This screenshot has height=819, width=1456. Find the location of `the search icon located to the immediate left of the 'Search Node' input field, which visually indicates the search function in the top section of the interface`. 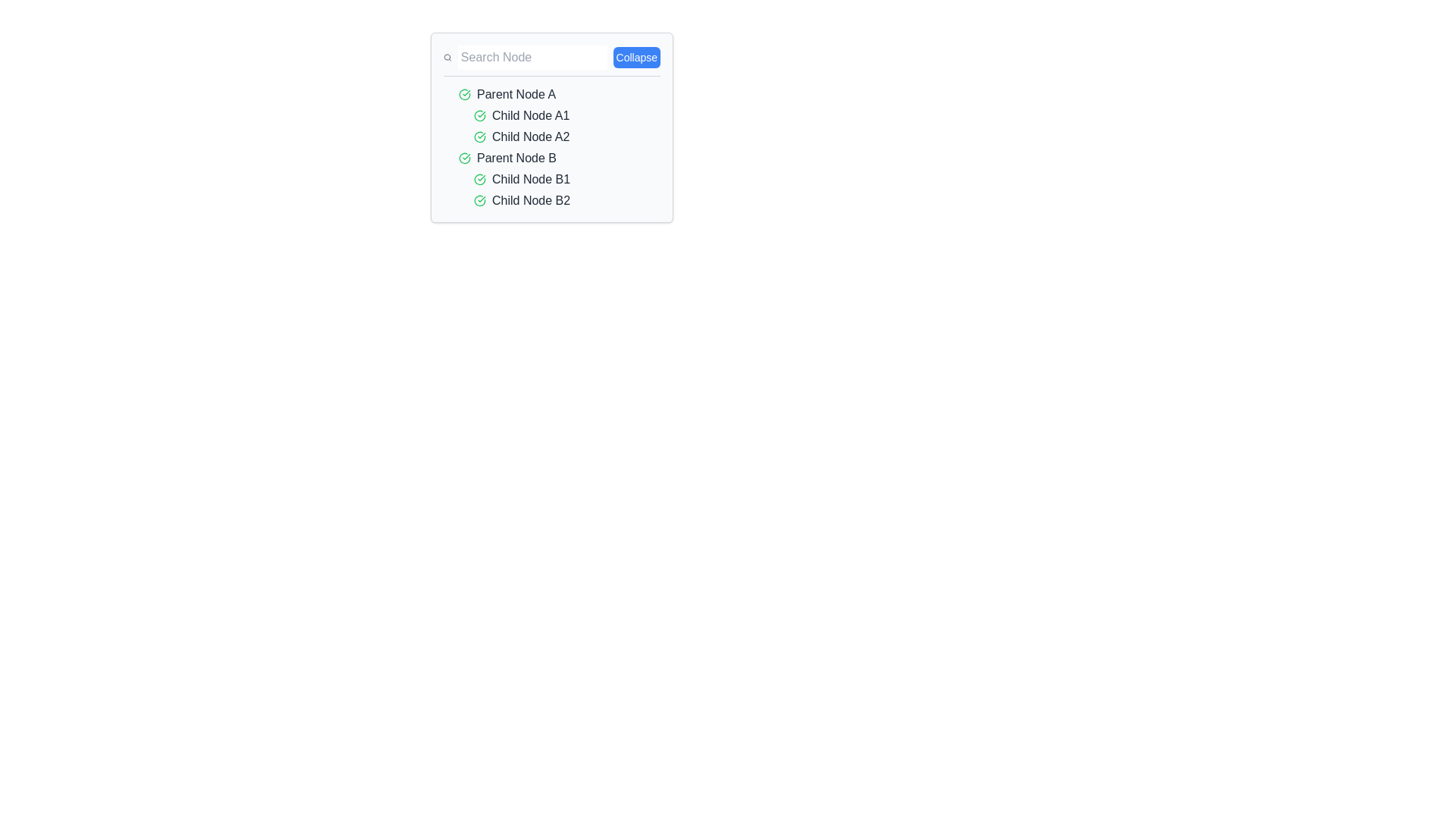

the search icon located to the immediate left of the 'Search Node' input field, which visually indicates the search function in the top section of the interface is located at coordinates (447, 57).